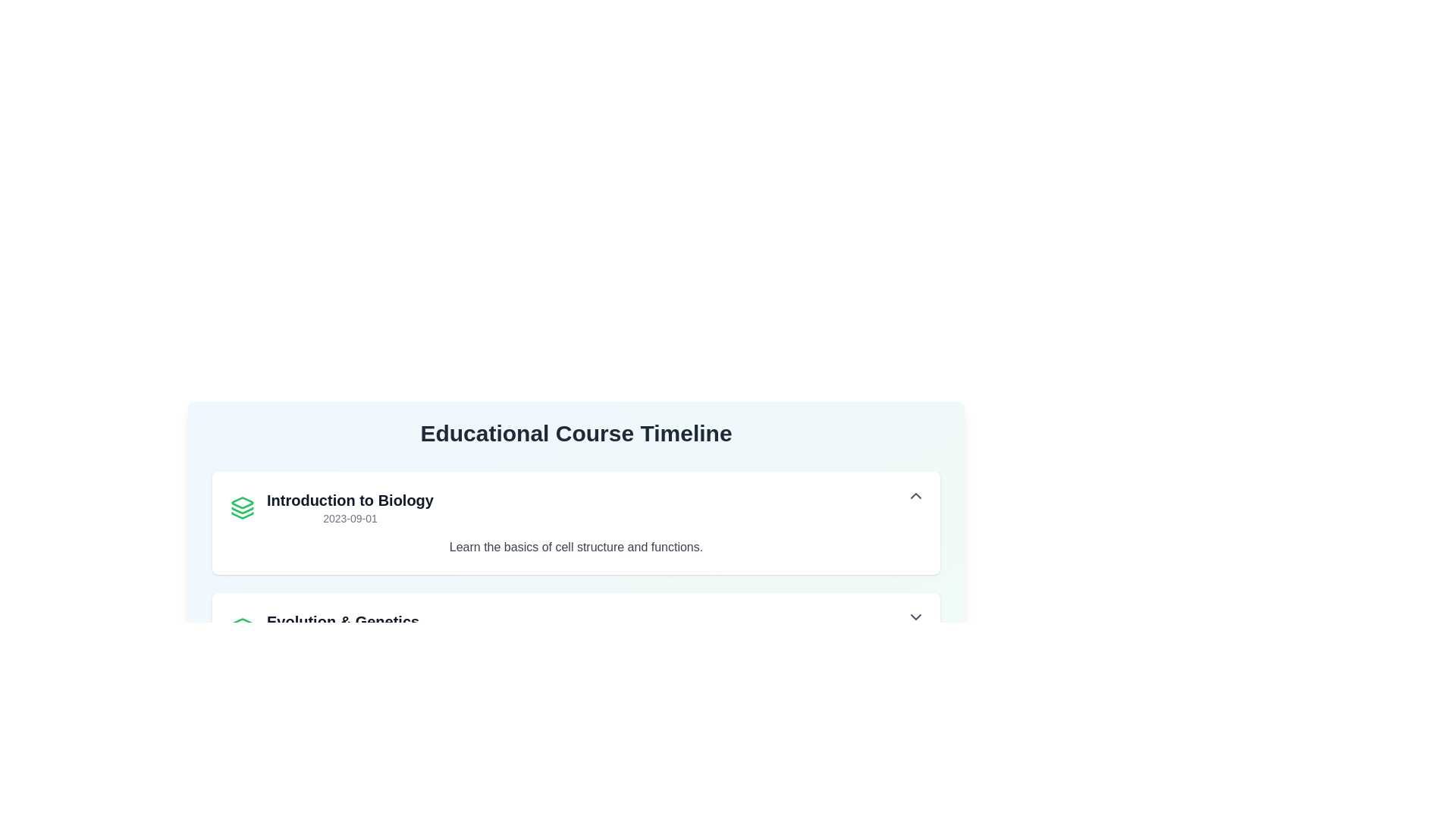  I want to click on details of the layered structure icon located in the top-left quadrant of the card labeled 'Introduction to Biology', so click(243, 623).